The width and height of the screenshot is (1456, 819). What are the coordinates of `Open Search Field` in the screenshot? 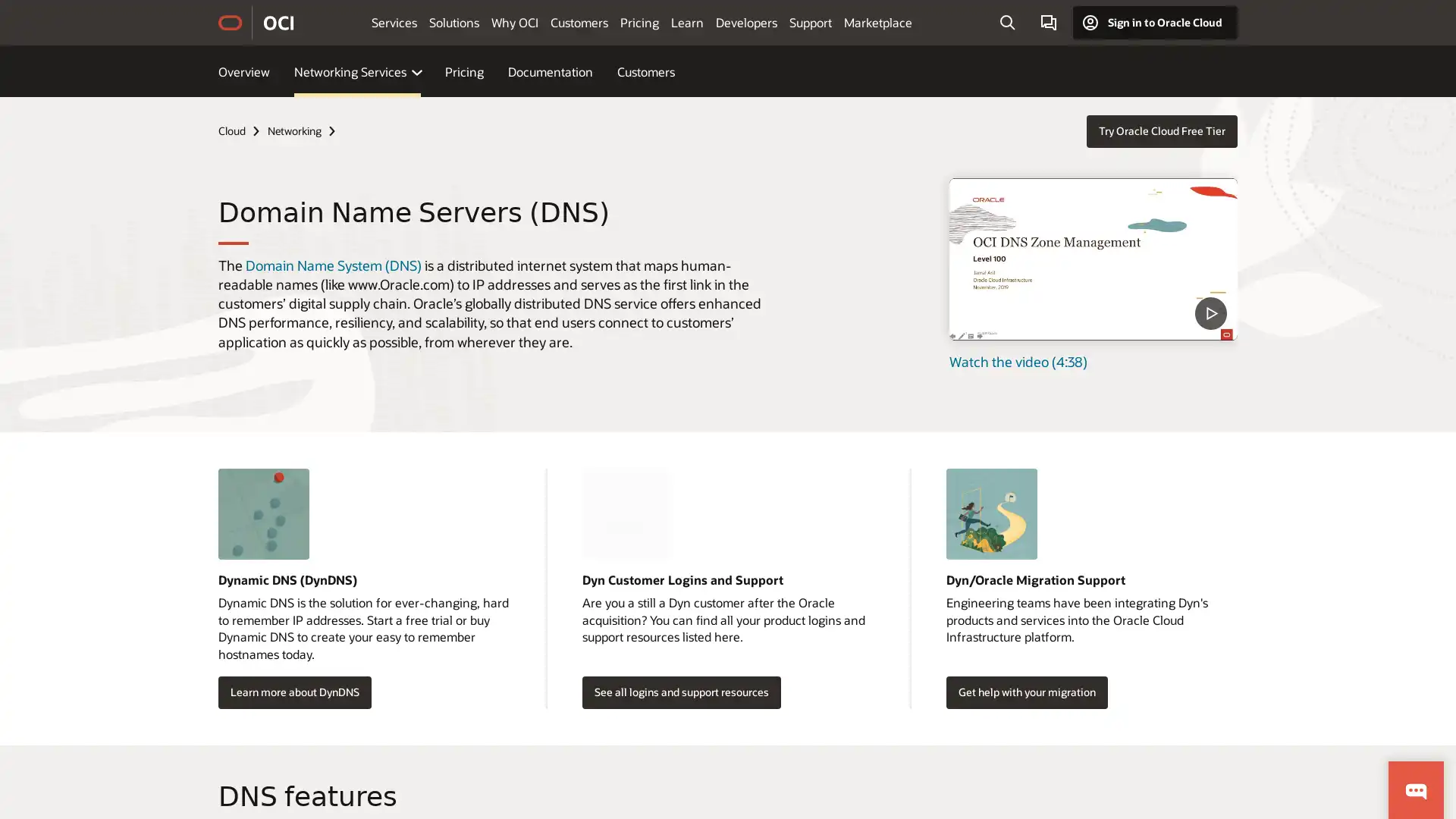 It's located at (1007, 23).